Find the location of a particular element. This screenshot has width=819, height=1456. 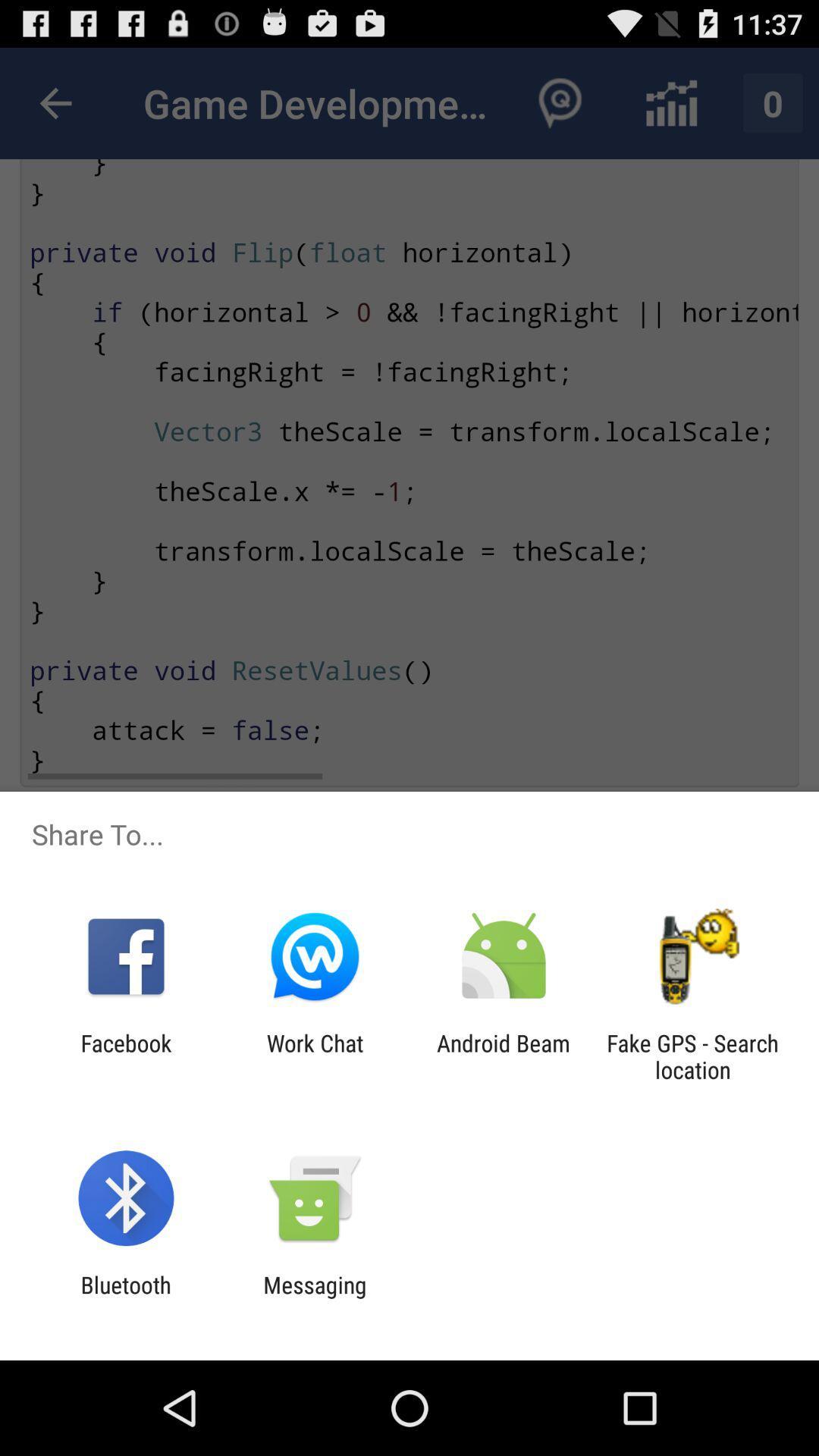

bluetooth icon is located at coordinates (125, 1298).